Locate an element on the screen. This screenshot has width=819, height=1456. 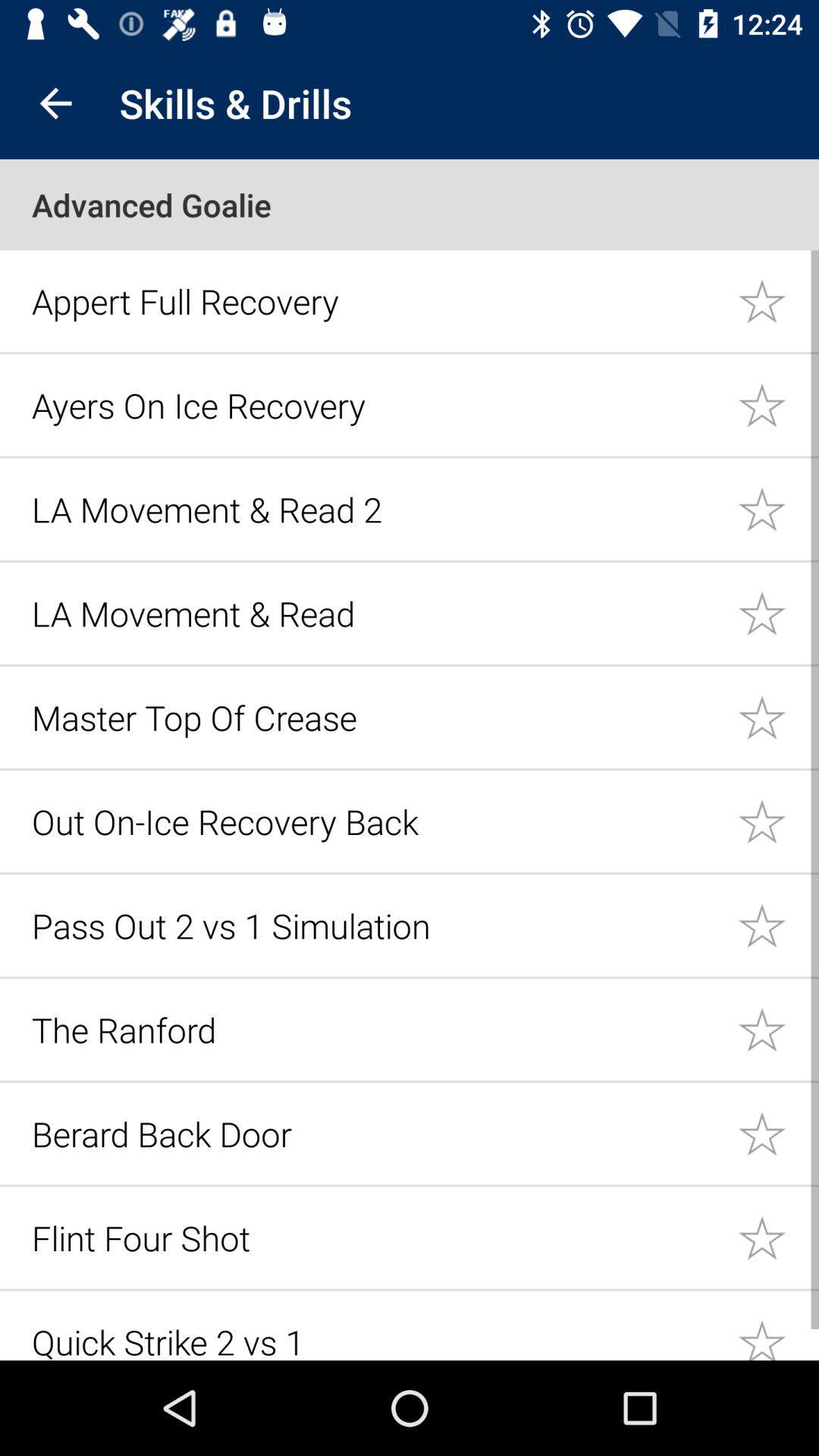
the first star from top is located at coordinates (778, 300).